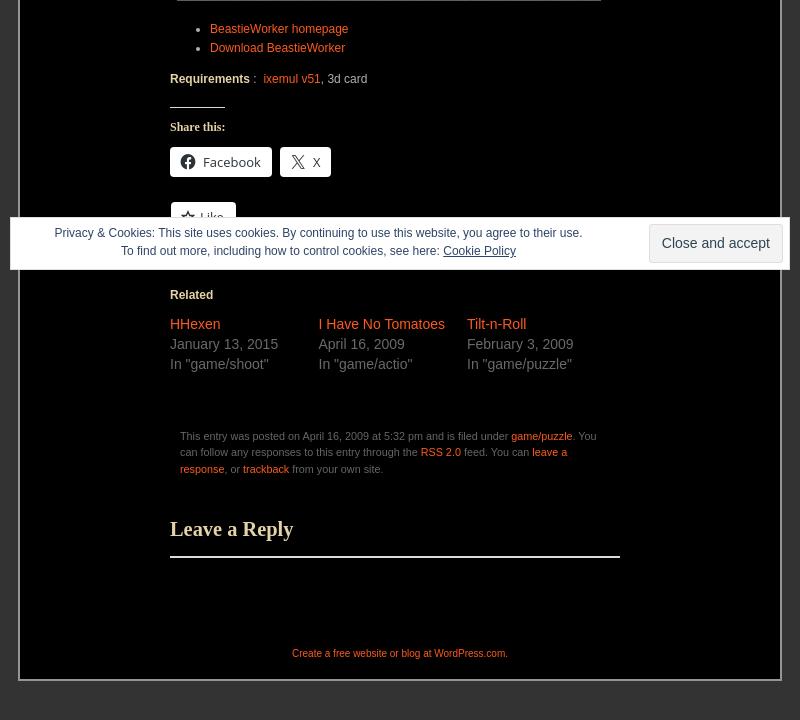 This screenshot has height=720, width=800. What do you see at coordinates (255, 77) in the screenshot?
I see `':'` at bounding box center [255, 77].